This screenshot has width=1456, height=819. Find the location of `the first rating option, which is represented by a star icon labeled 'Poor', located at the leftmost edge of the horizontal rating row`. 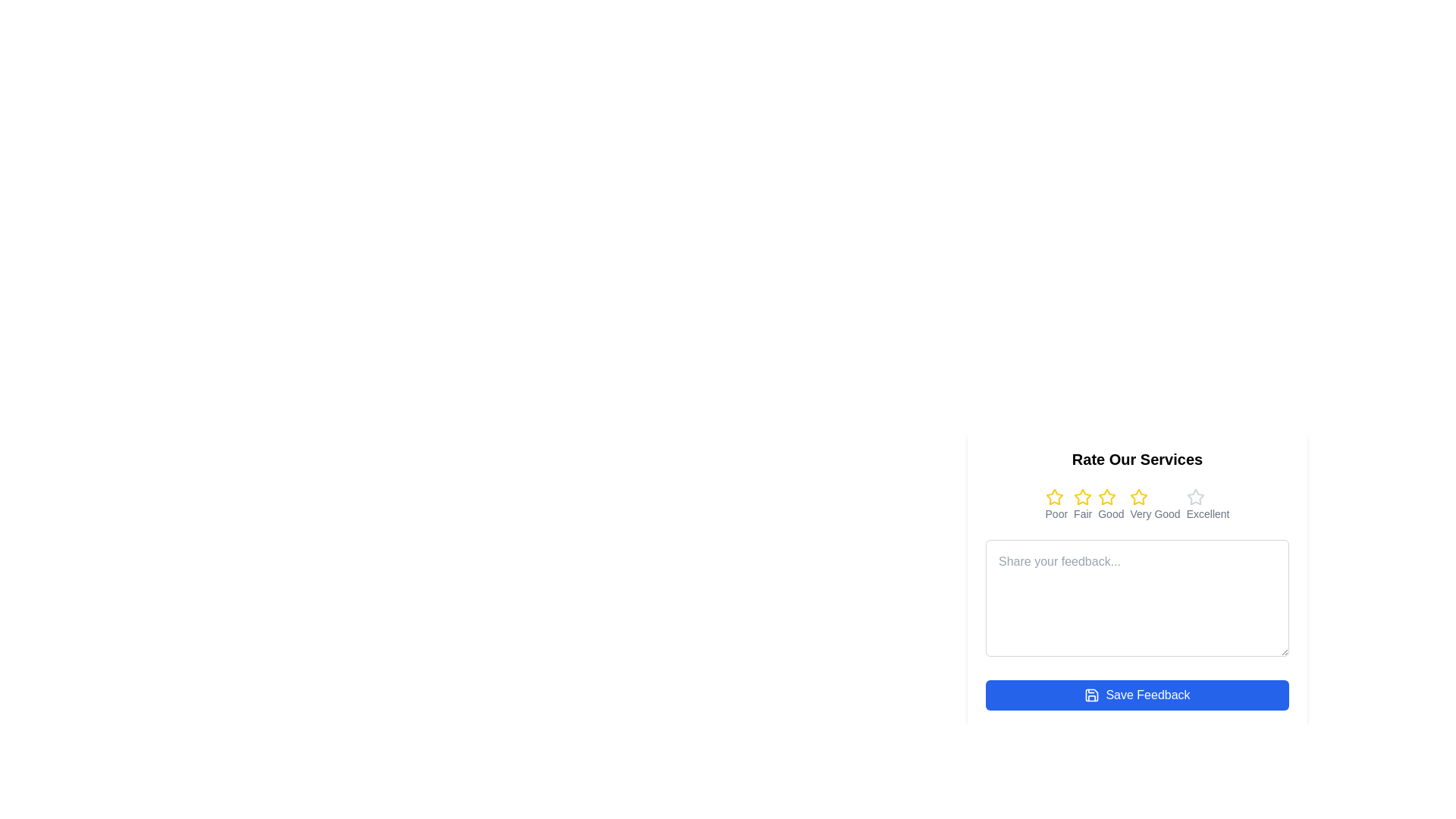

the first rating option, which is represented by a star icon labeled 'Poor', located at the leftmost edge of the horizontal rating row is located at coordinates (1056, 505).